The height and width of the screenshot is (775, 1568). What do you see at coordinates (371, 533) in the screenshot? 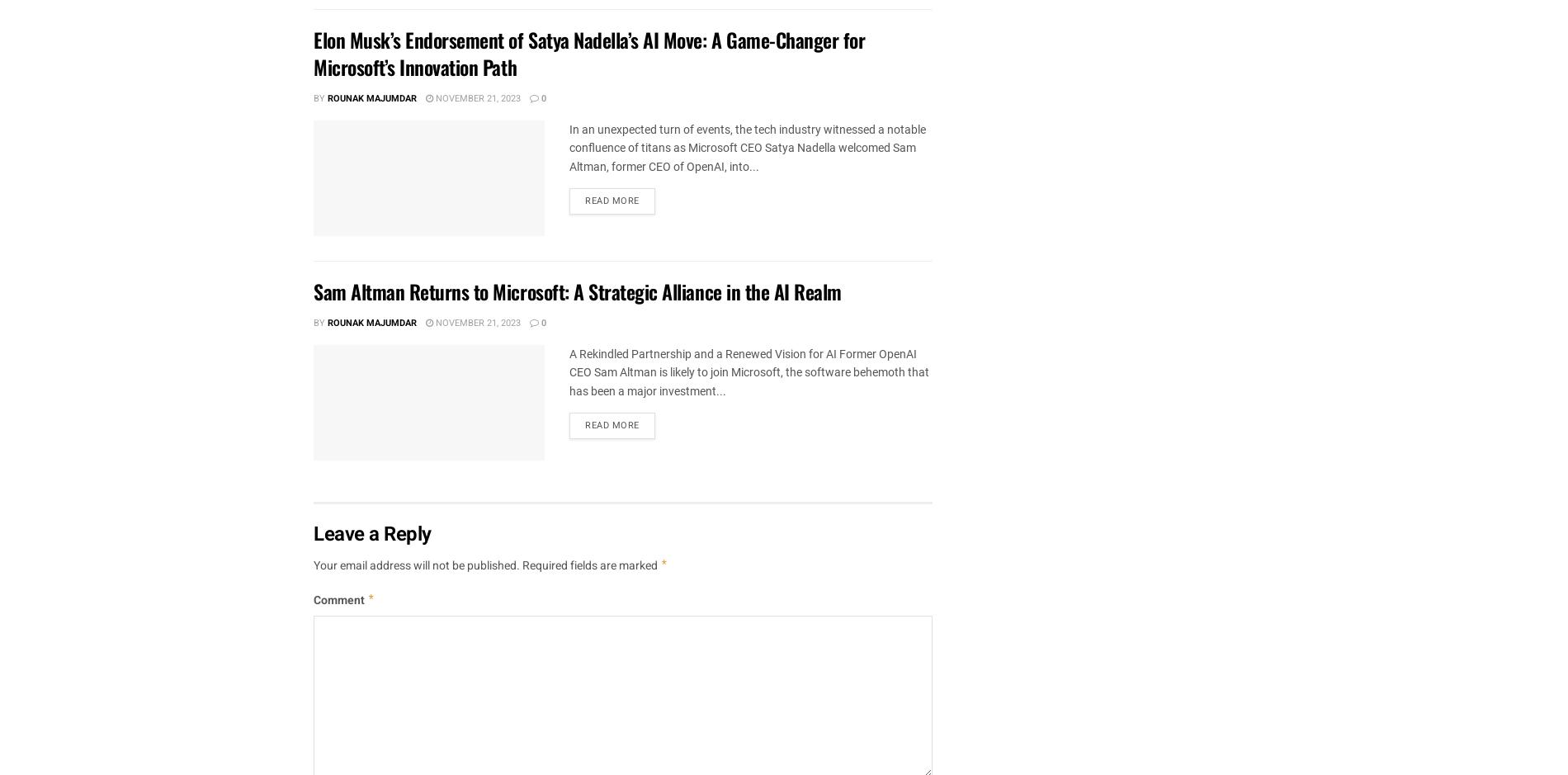
I see `'Leave a Reply'` at bounding box center [371, 533].